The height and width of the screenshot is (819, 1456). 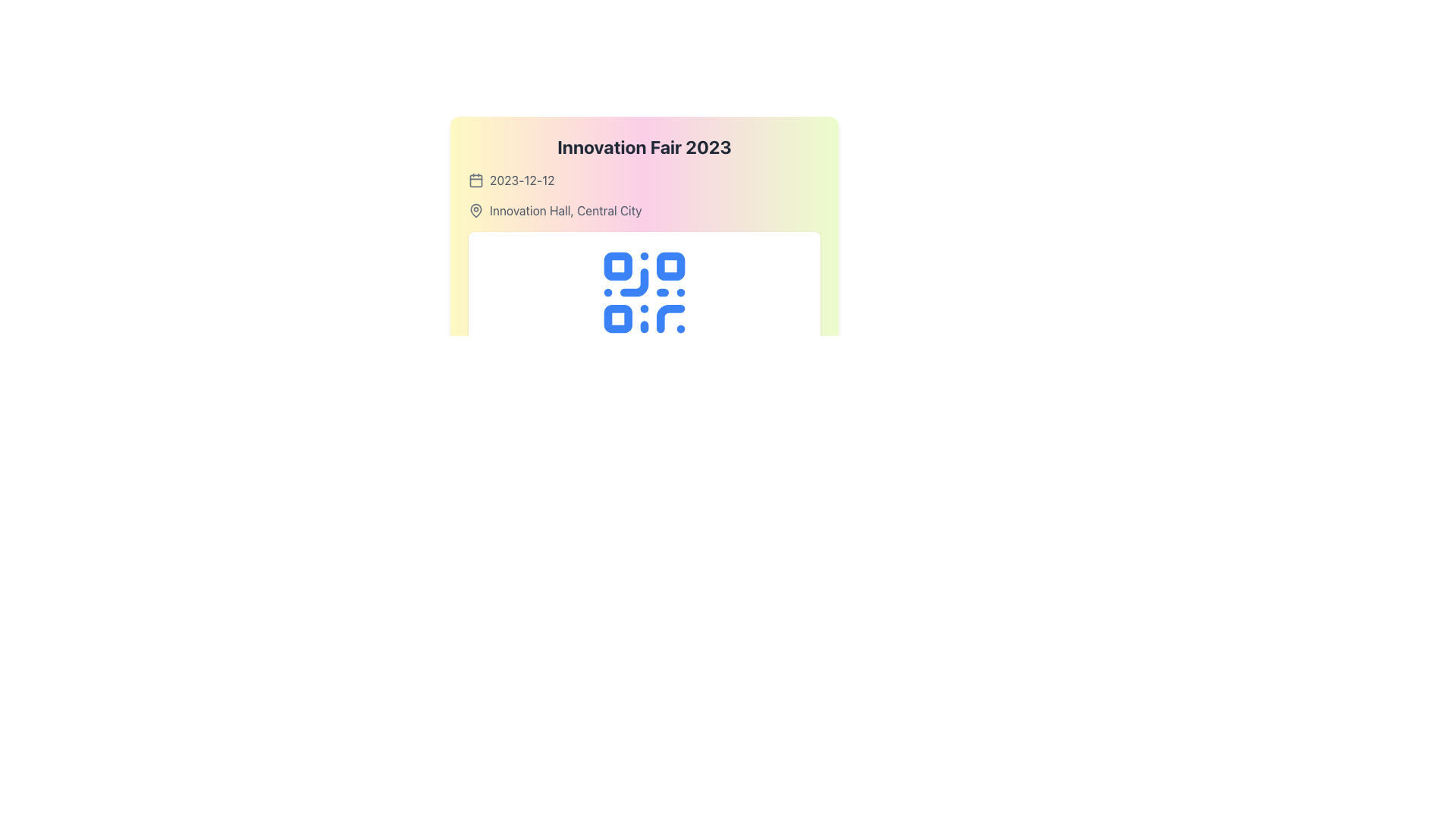 What do you see at coordinates (644, 292) in the screenshot?
I see `the stylized blue QR code symbol located in the center of a white rectangular card with rounded corners, positioned below details about the 'Innovation Fair 2023'` at bounding box center [644, 292].